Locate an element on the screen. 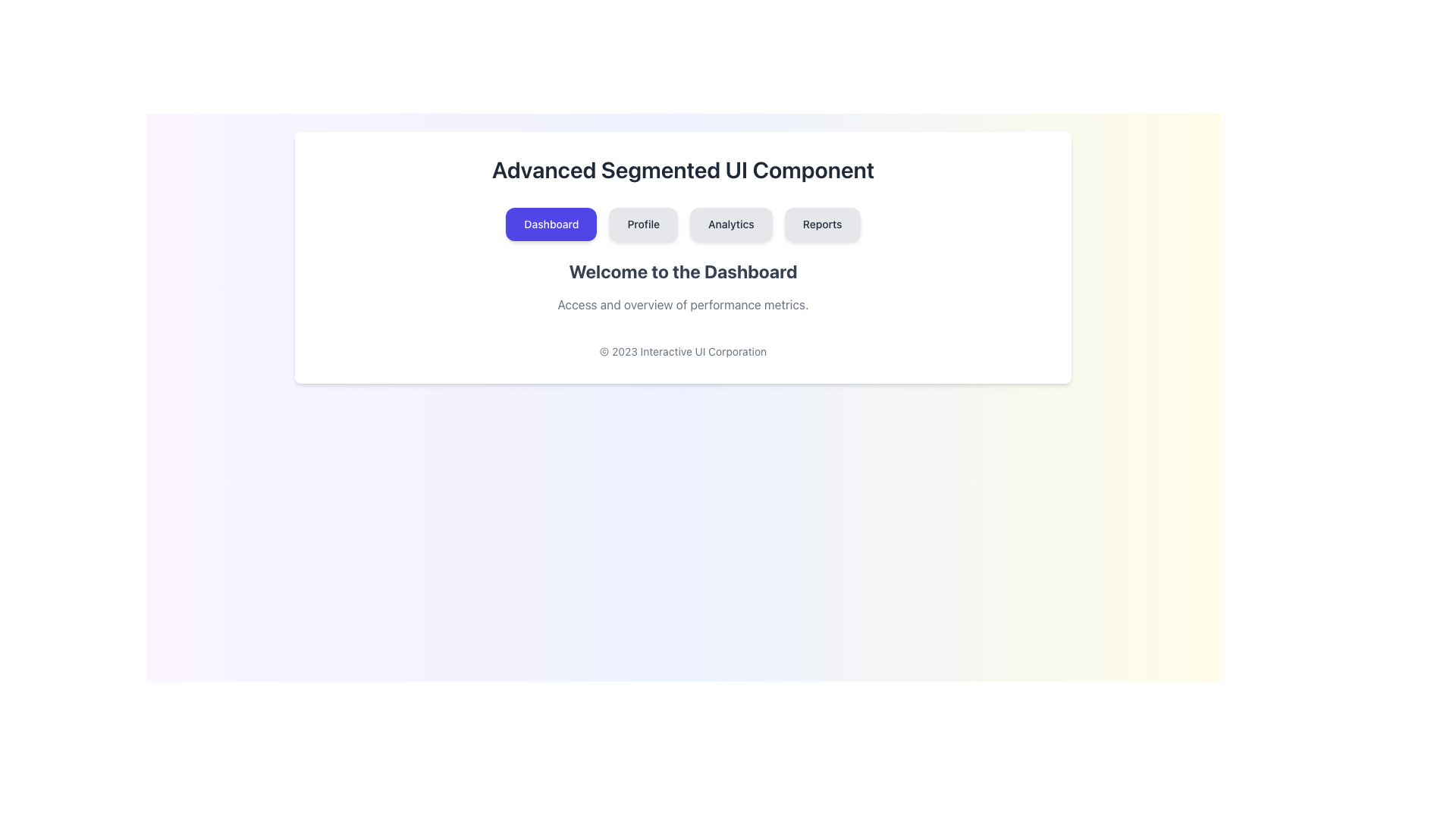 Image resolution: width=1456 pixels, height=819 pixels. the 'Profile' button located is located at coordinates (643, 224).